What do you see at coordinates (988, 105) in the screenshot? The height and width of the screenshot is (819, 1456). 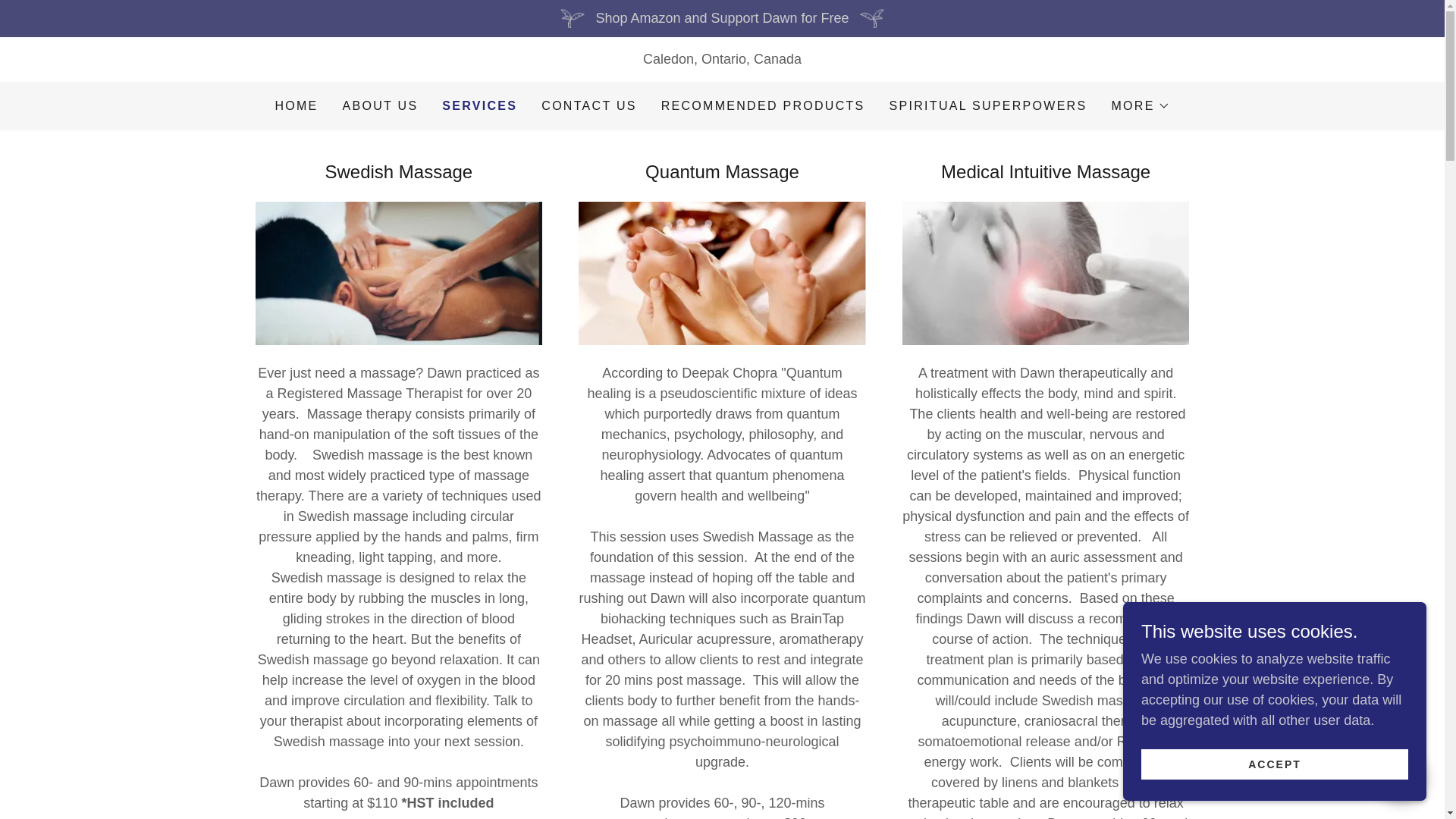 I see `'SPIRITUAL SUPERPOWERS'` at bounding box center [988, 105].